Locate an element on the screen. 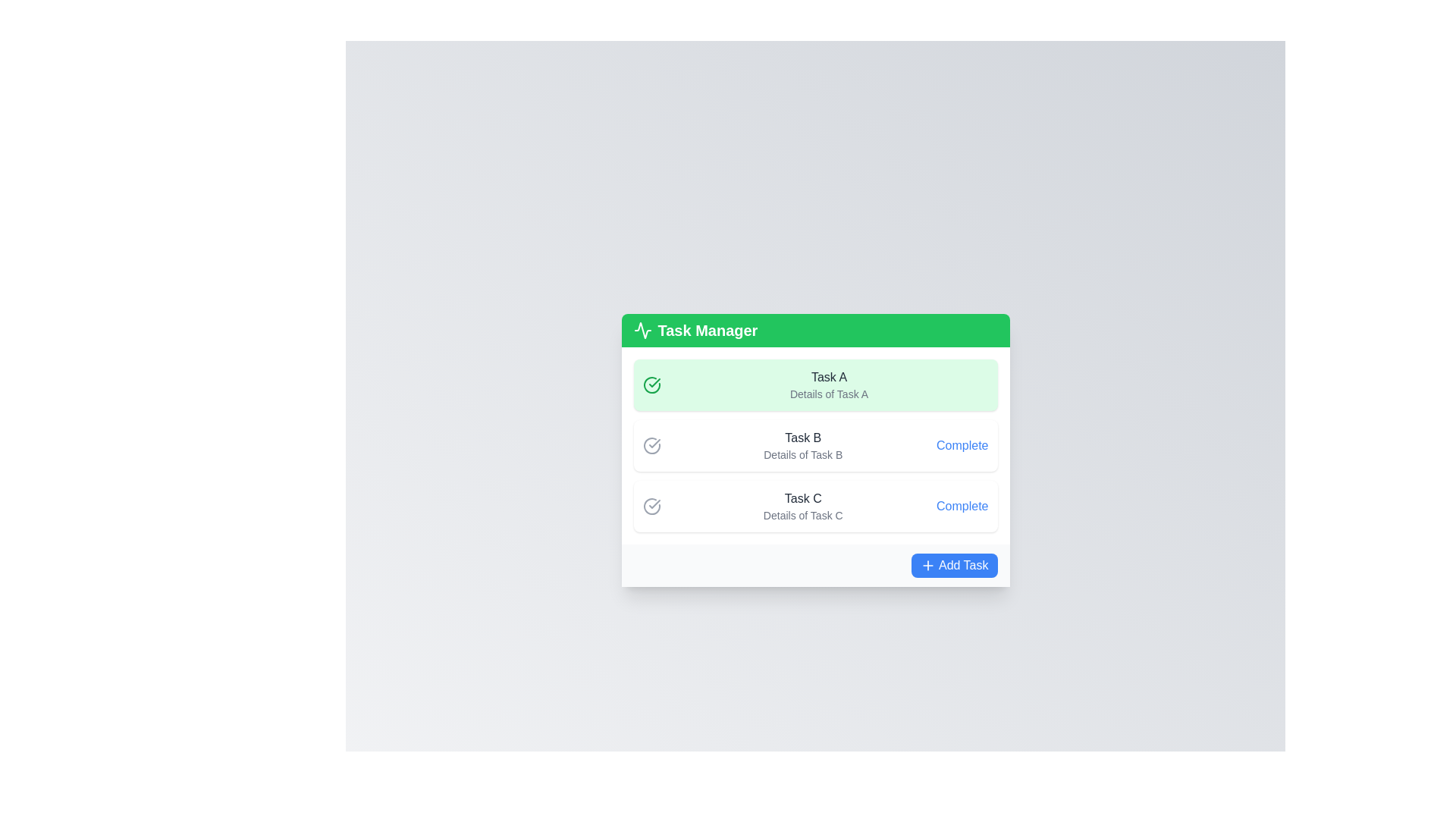 This screenshot has height=819, width=1456. details from the text label that provides additional information about 'Task C'. This label is positioned directly below the 'Task C' label in the task details block is located at coordinates (802, 514).